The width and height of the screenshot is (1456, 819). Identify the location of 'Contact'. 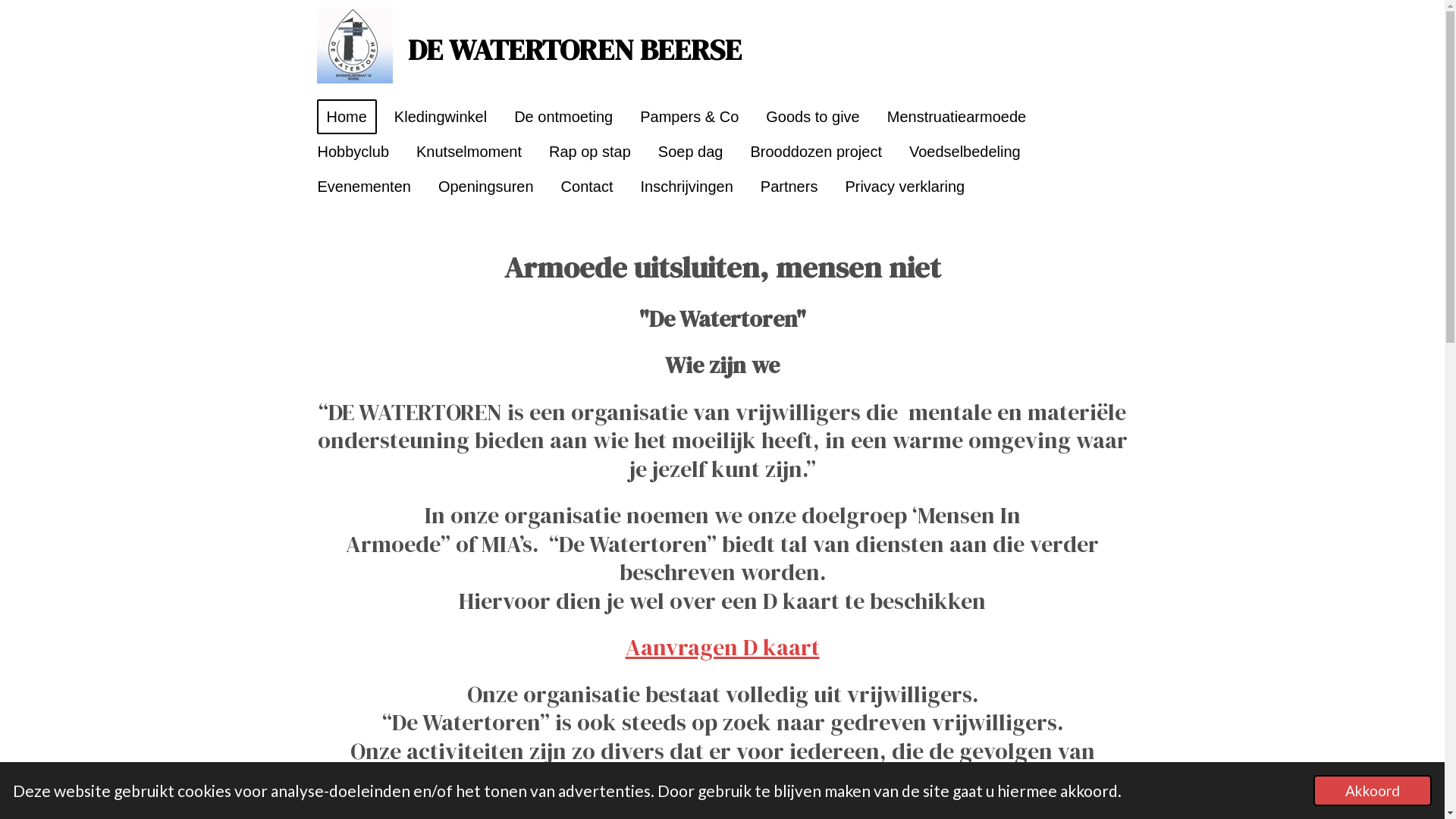
(586, 186).